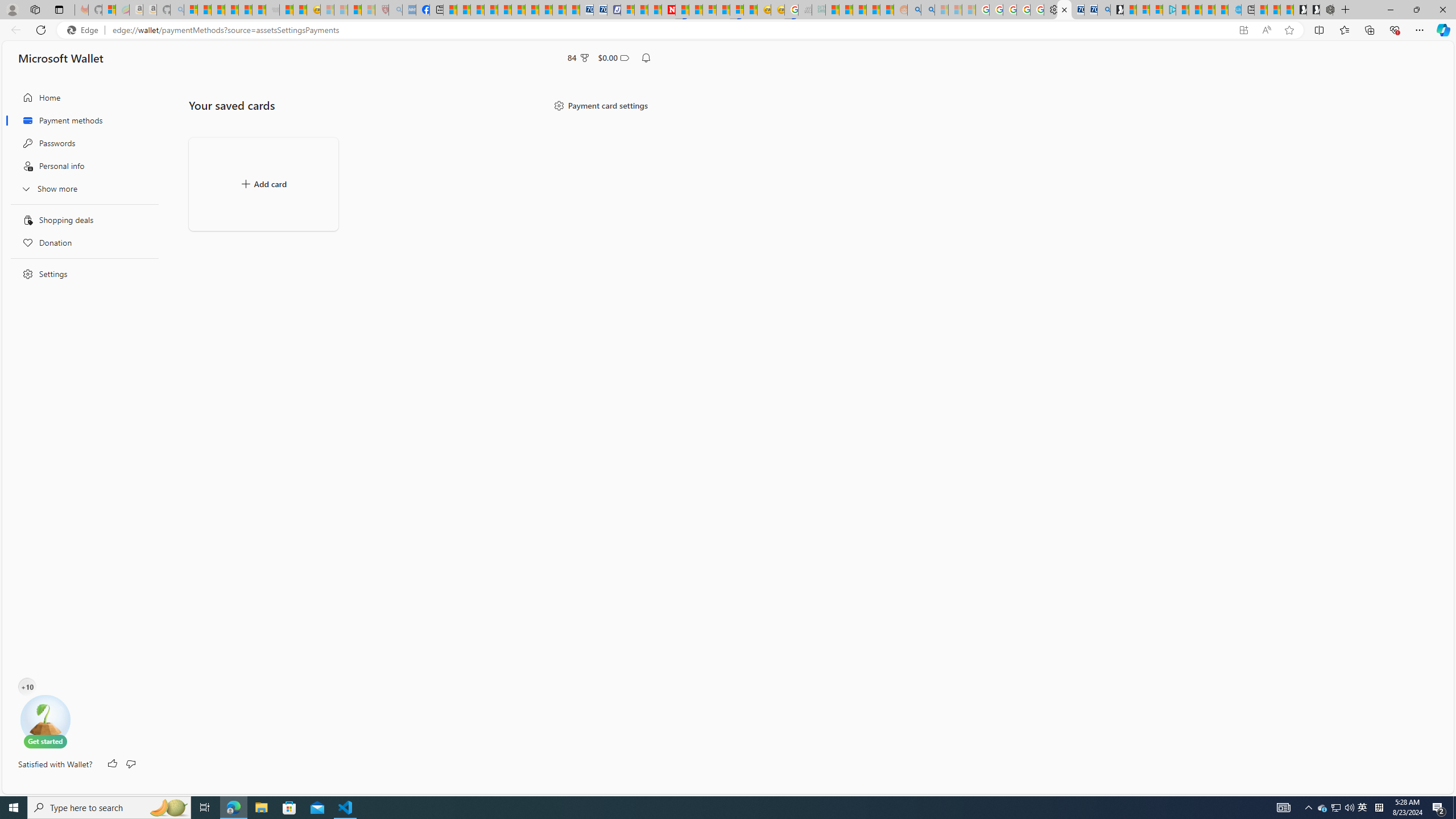 This screenshot has height=819, width=1456. Describe the element at coordinates (646, 58) in the screenshot. I see `'Notification'` at that location.